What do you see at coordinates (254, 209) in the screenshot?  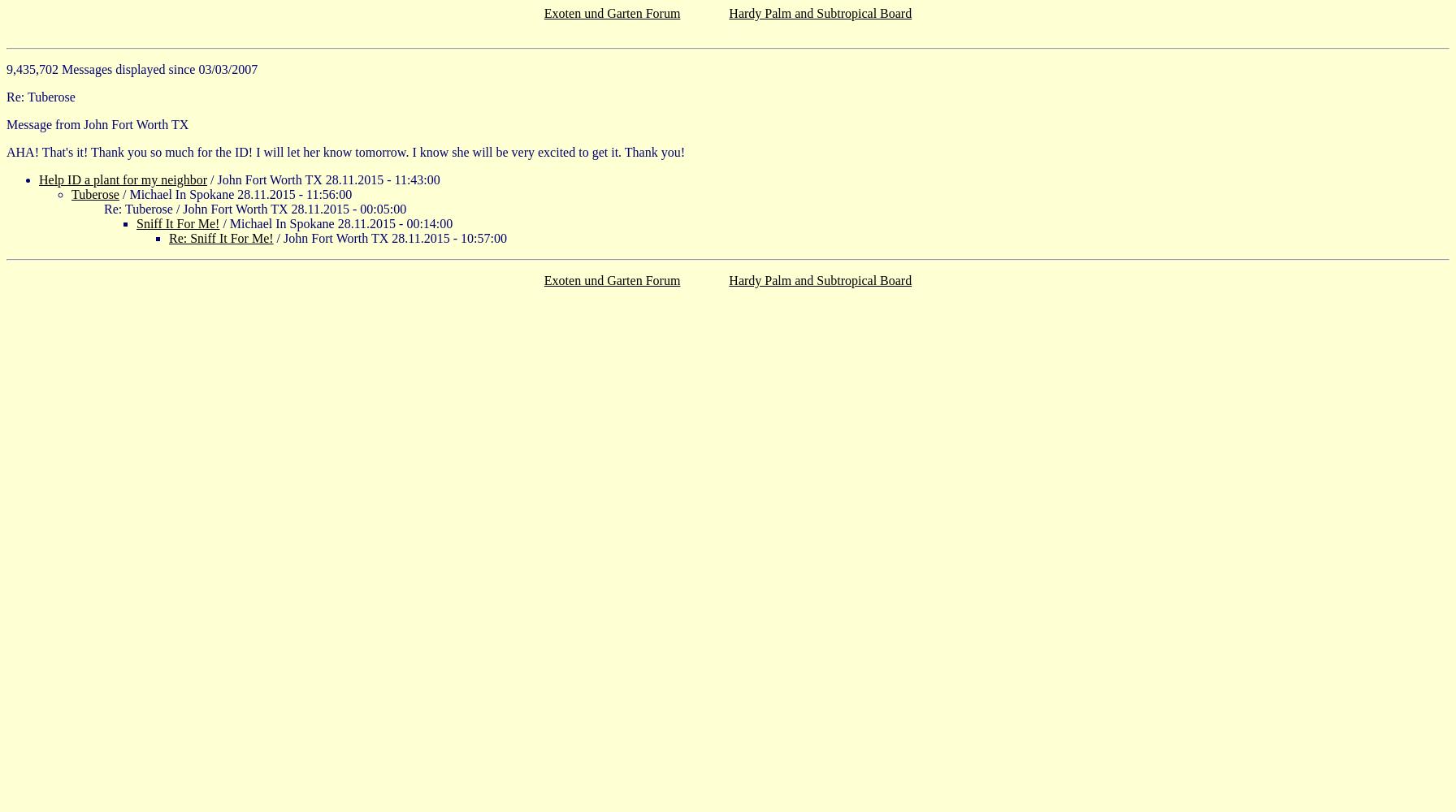 I see `'Re: Tuberose / John Fort Worth TX 28.11.2015 - 00:05:00'` at bounding box center [254, 209].